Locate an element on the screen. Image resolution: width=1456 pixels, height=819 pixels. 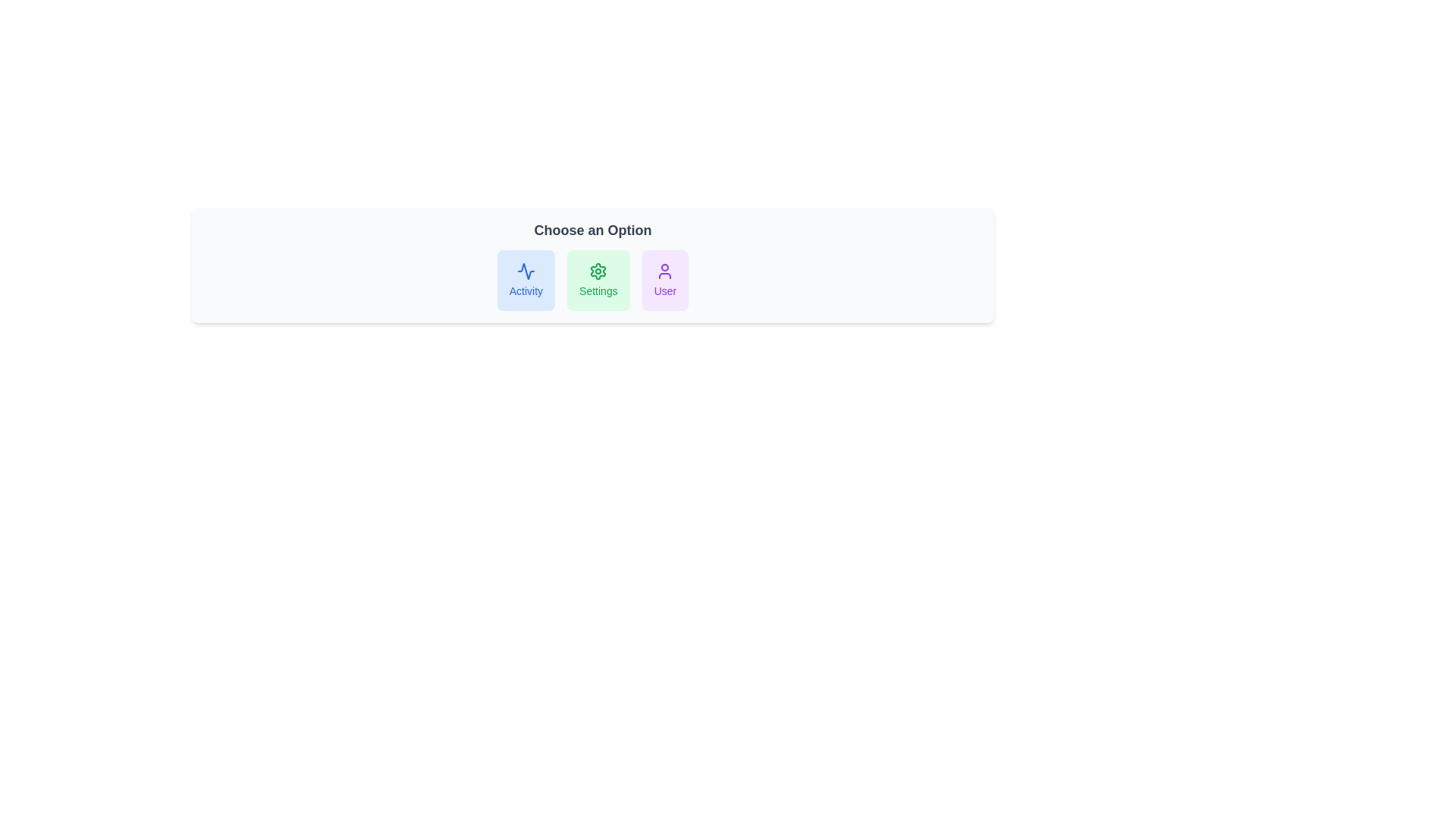
the SVG Icon representing a user or profile, located at the top part of the 'User' button, which is the third button in a horizontal row beneath the heading 'Choose an Option.' is located at coordinates (665, 271).